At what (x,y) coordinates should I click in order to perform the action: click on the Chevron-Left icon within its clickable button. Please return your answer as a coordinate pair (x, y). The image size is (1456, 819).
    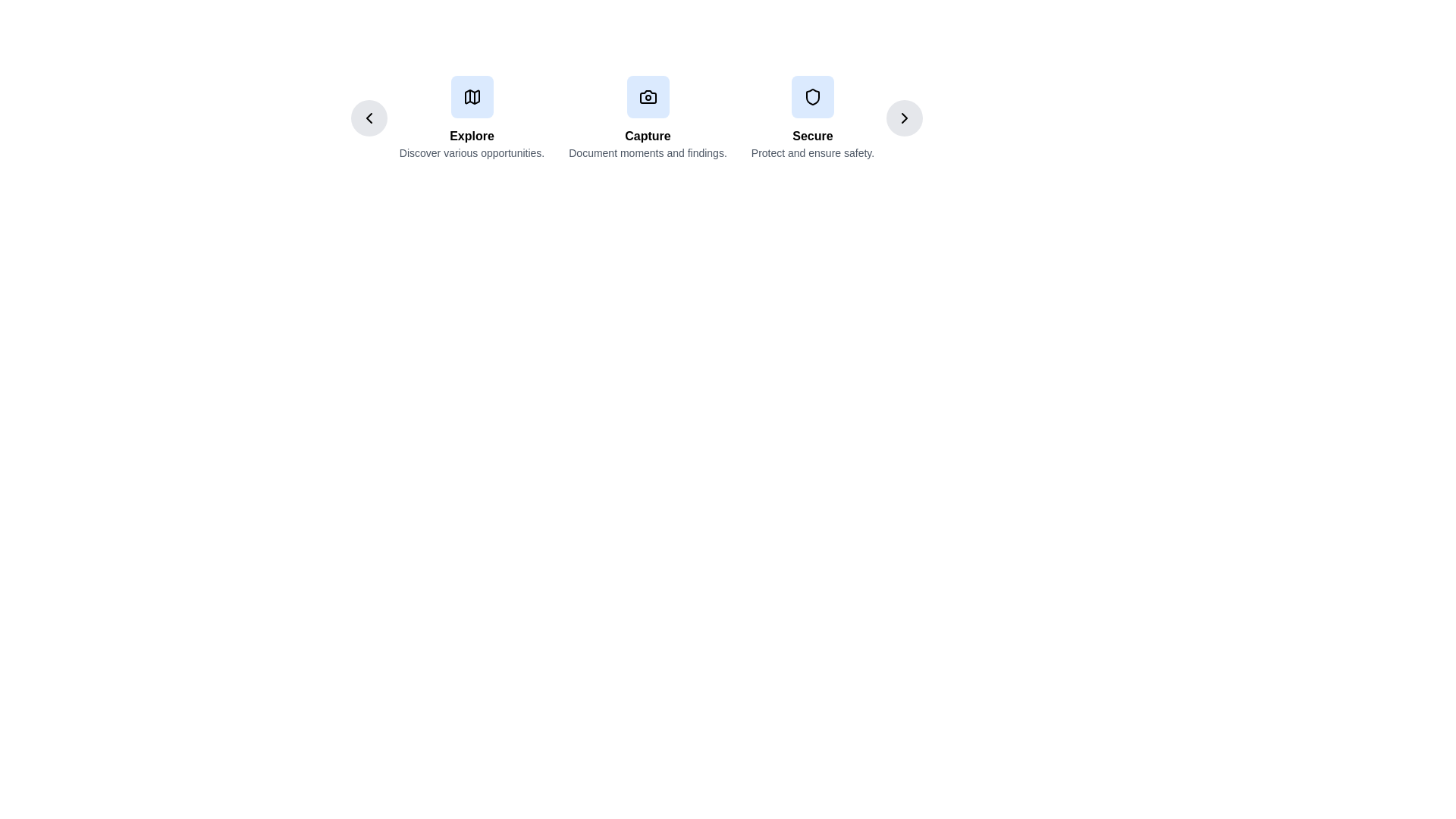
    Looking at the image, I should click on (369, 117).